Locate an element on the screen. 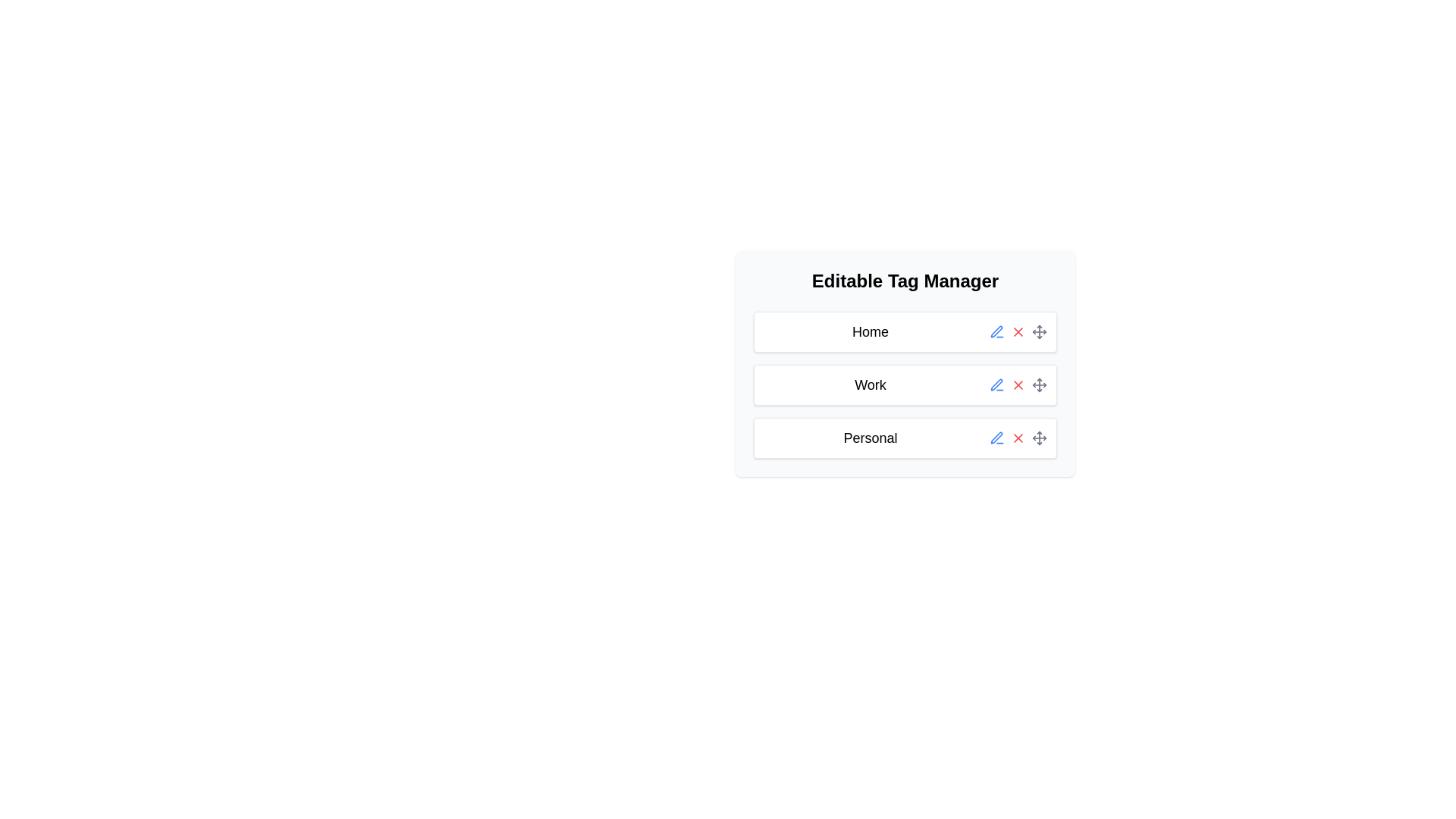 This screenshot has width=1456, height=819. the edit button icon located to the right of the 'Home' label in the 'Editable Tag Manager' section is located at coordinates (997, 331).